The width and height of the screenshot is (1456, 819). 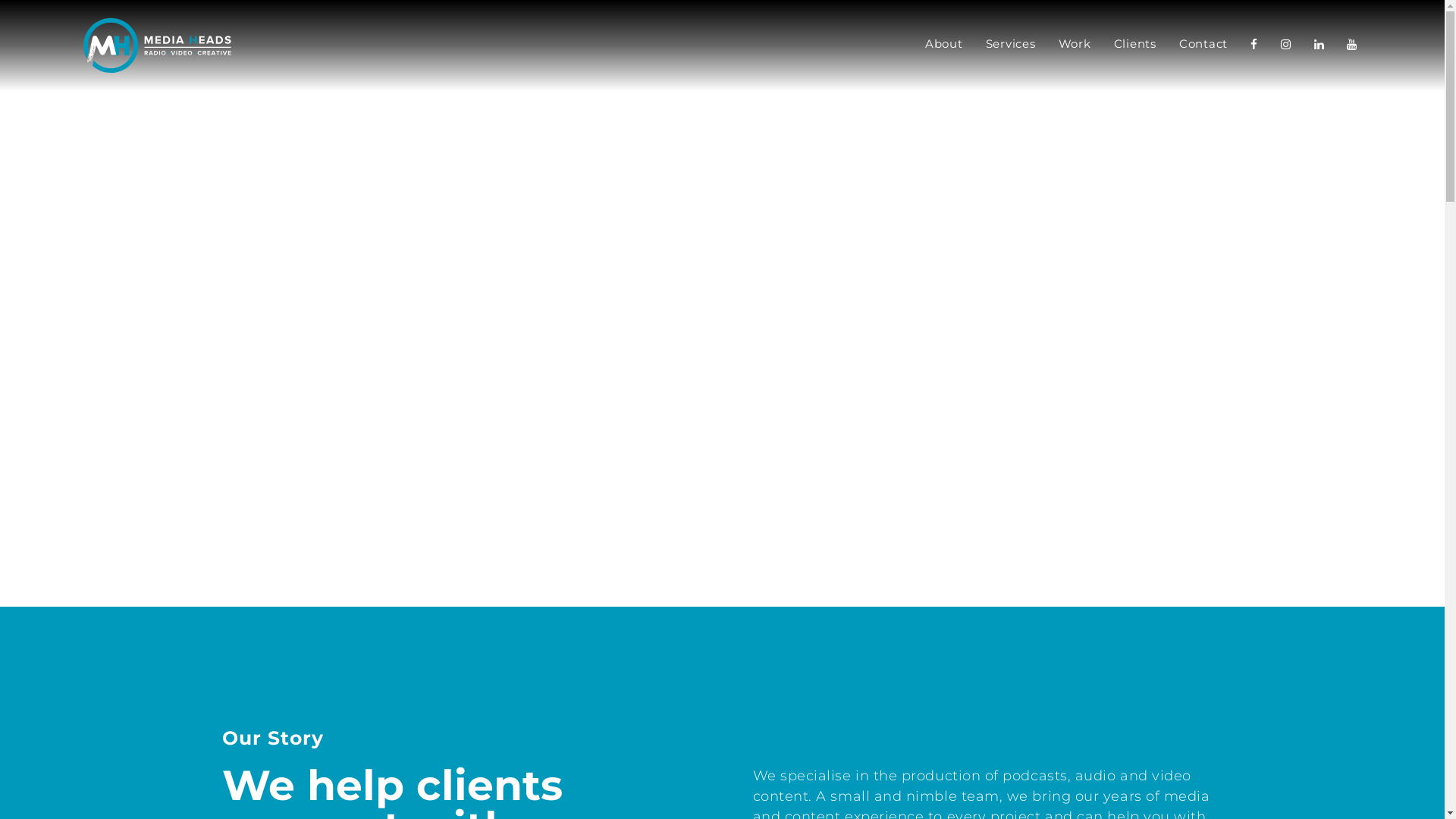 What do you see at coordinates (943, 45) in the screenshot?
I see `'About'` at bounding box center [943, 45].